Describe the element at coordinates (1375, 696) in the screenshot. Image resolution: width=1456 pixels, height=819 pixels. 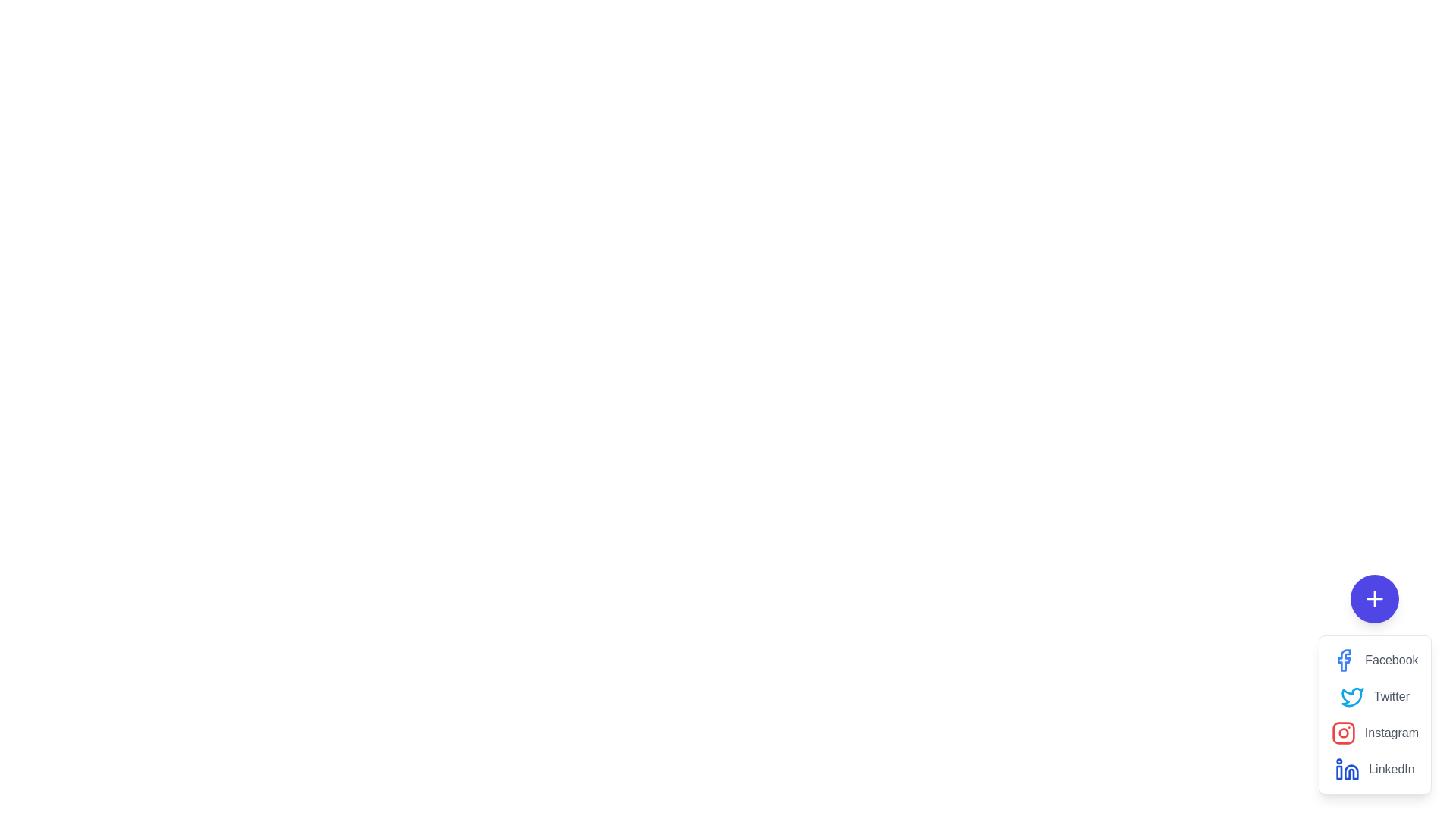
I see `the Twitter share option` at that location.